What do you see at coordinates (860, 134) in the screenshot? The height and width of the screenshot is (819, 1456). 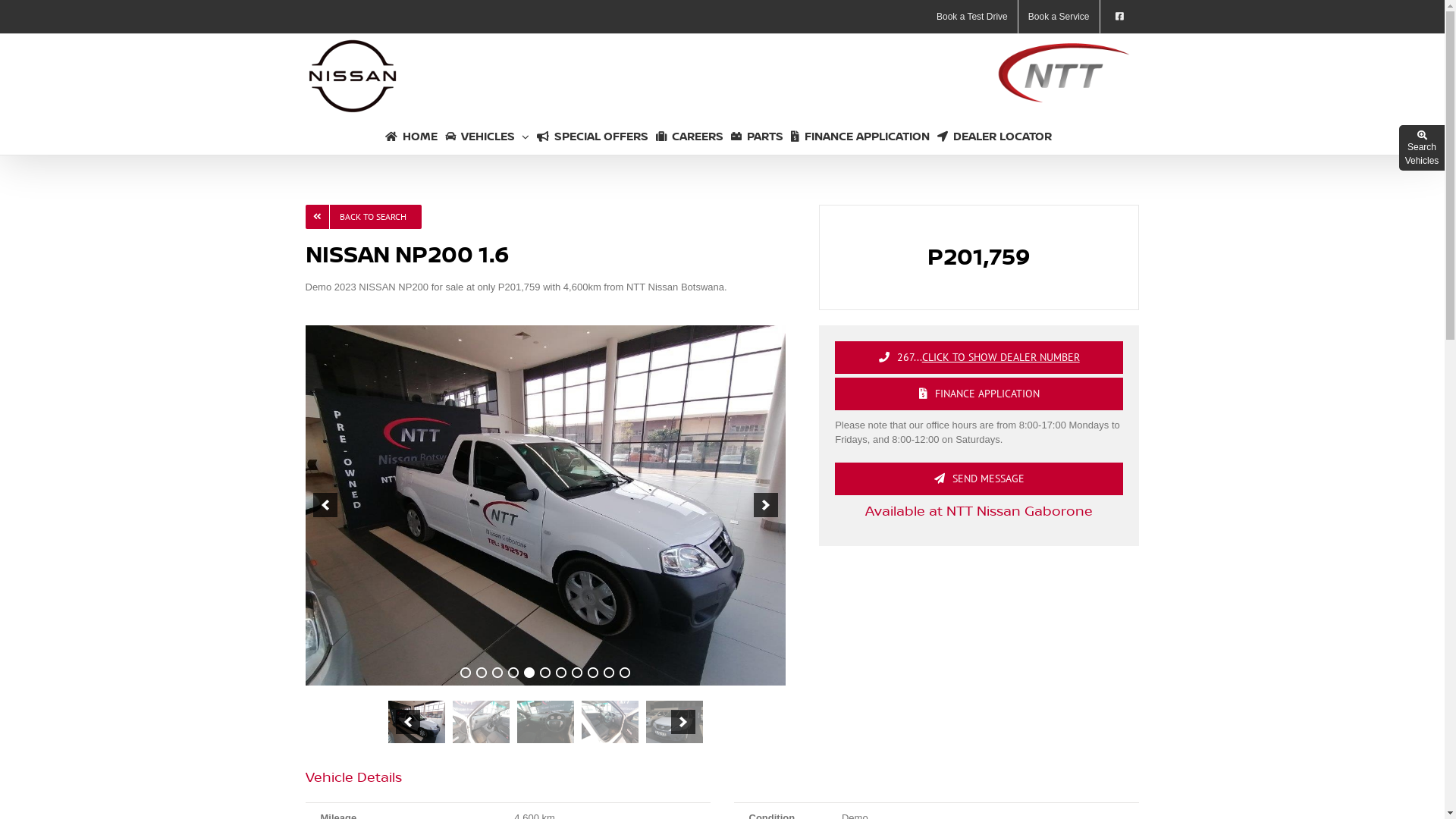 I see `'FINANCE APPLICATION'` at bounding box center [860, 134].